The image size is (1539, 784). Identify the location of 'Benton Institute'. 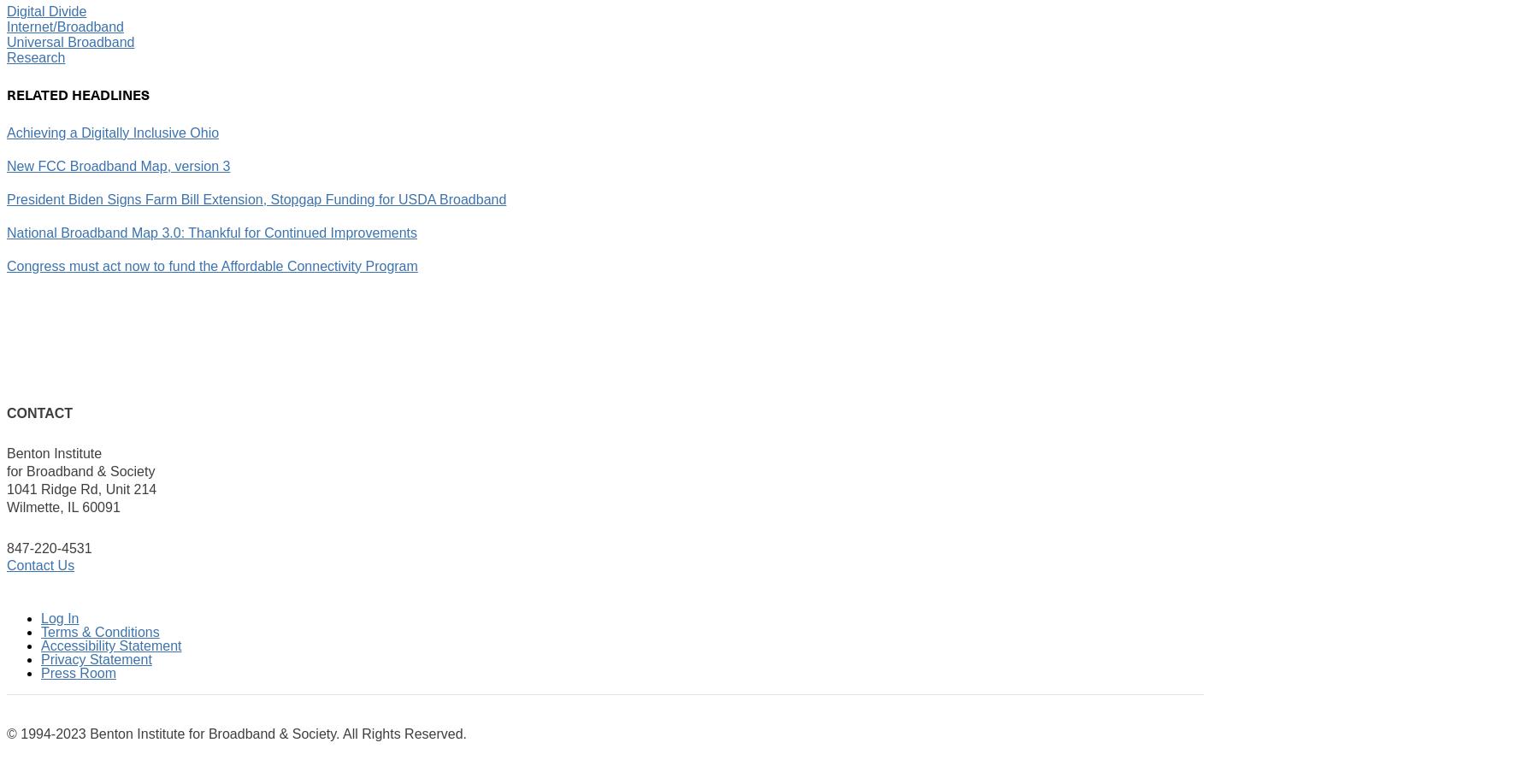
(53, 453).